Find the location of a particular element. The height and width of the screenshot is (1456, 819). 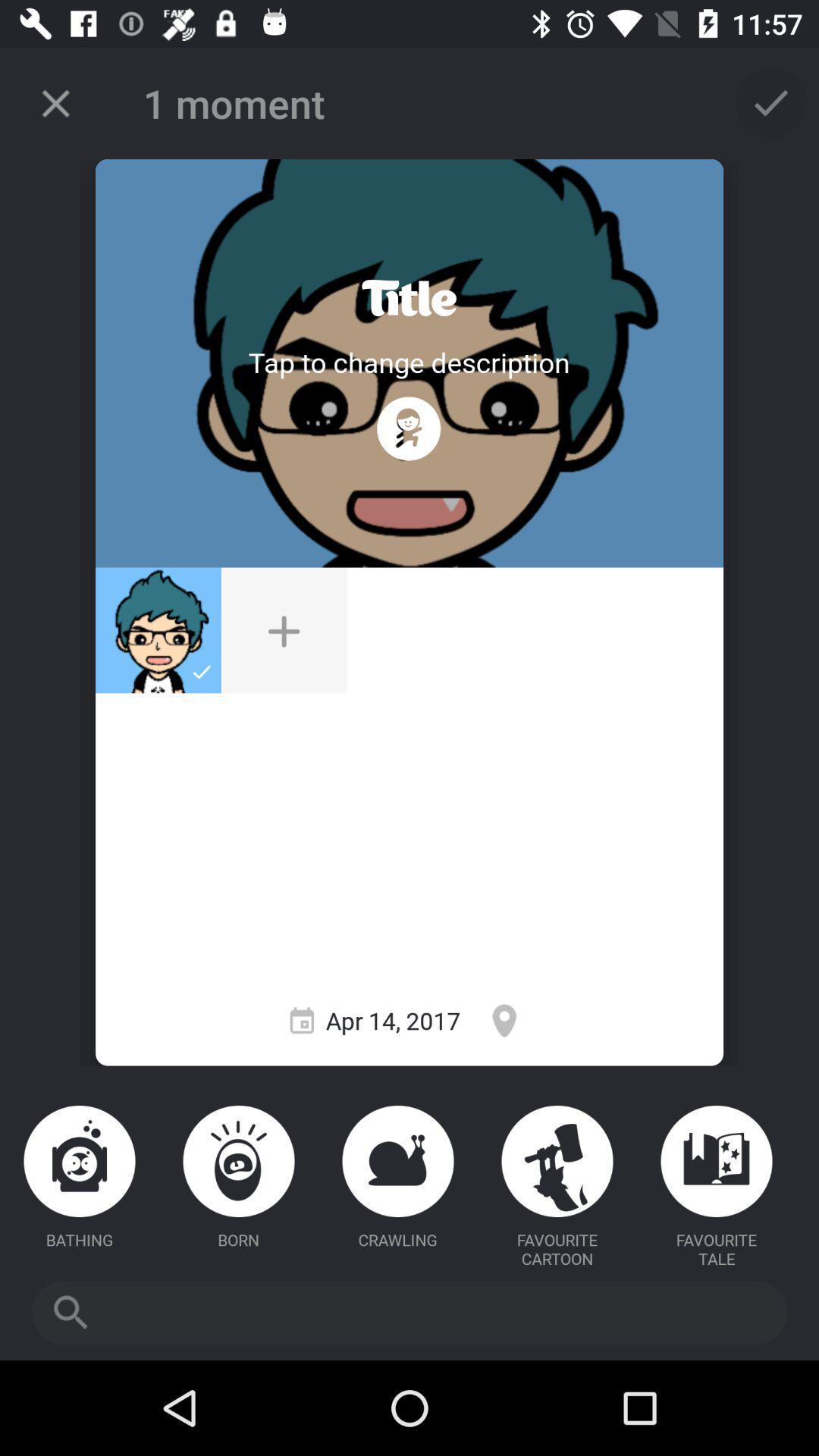

new vedios is located at coordinates (284, 630).